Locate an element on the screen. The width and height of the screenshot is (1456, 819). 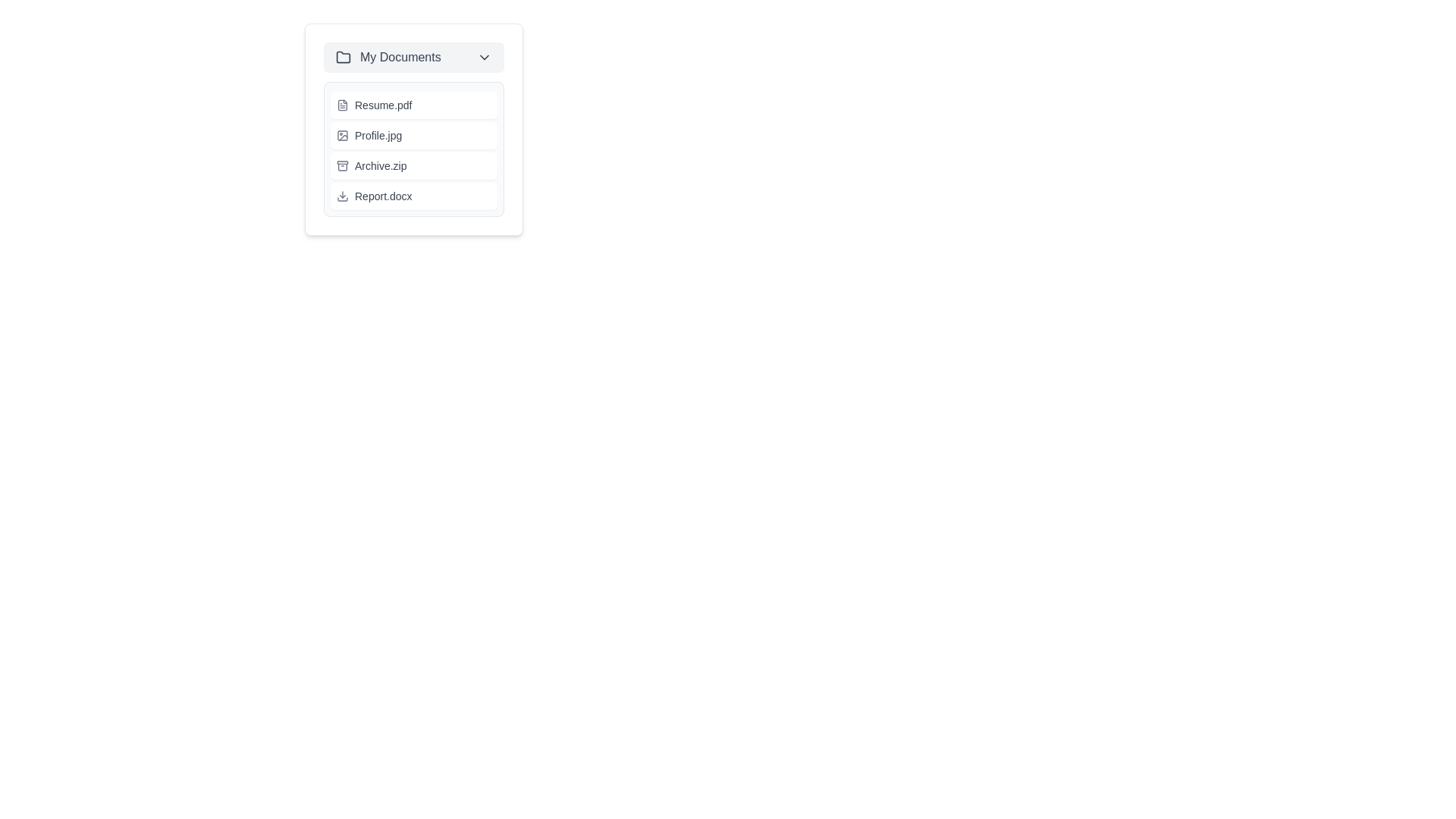
the static text label that reads 'My Documents', positioned in the toolbar between a folder icon and a dropdown arrow icon is located at coordinates (419, 57).